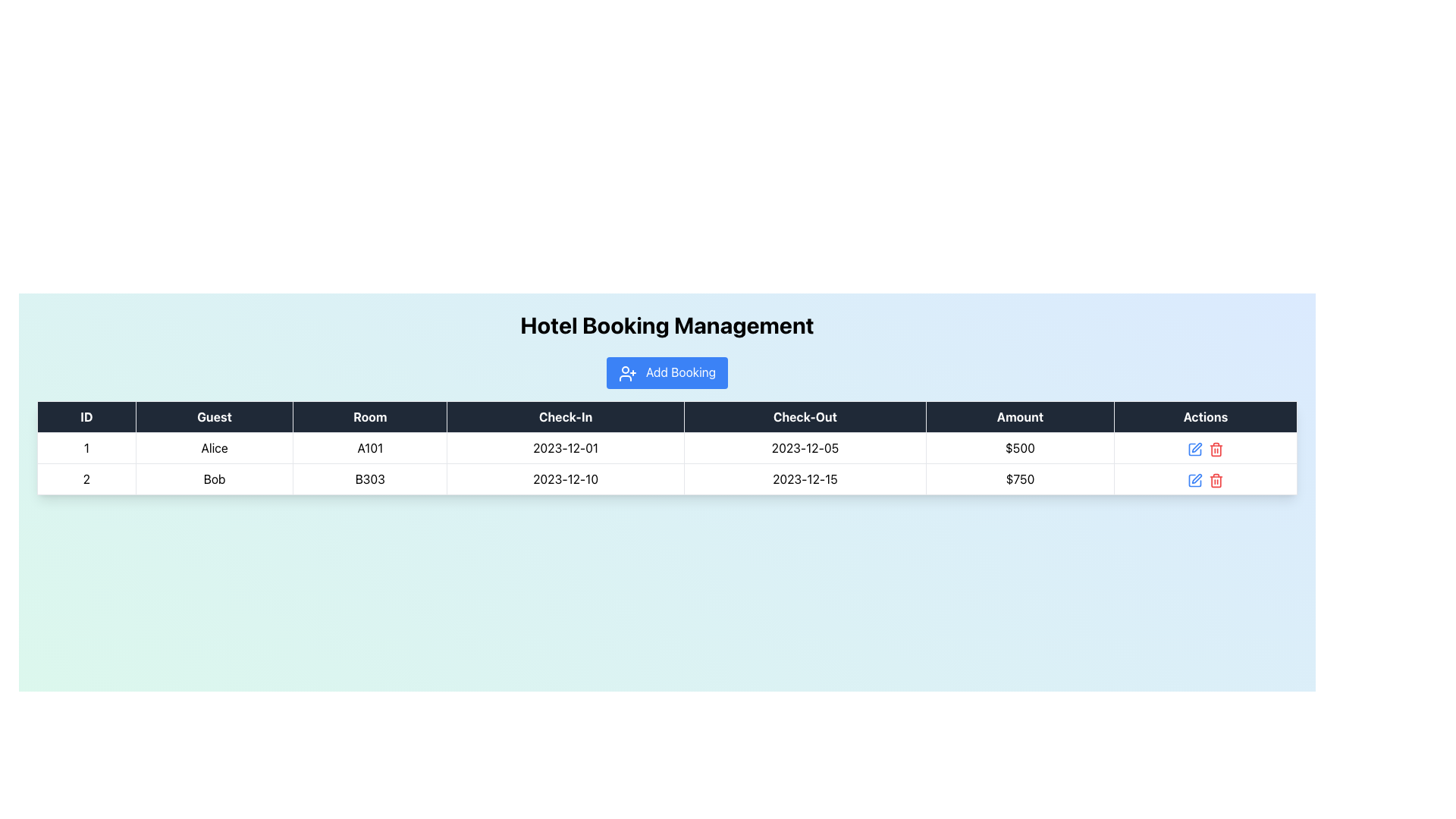 The image size is (1456, 819). Describe the element at coordinates (1216, 479) in the screenshot. I see `the removal button icon located in the 'Actions' column of the second row in the displayed table` at that location.